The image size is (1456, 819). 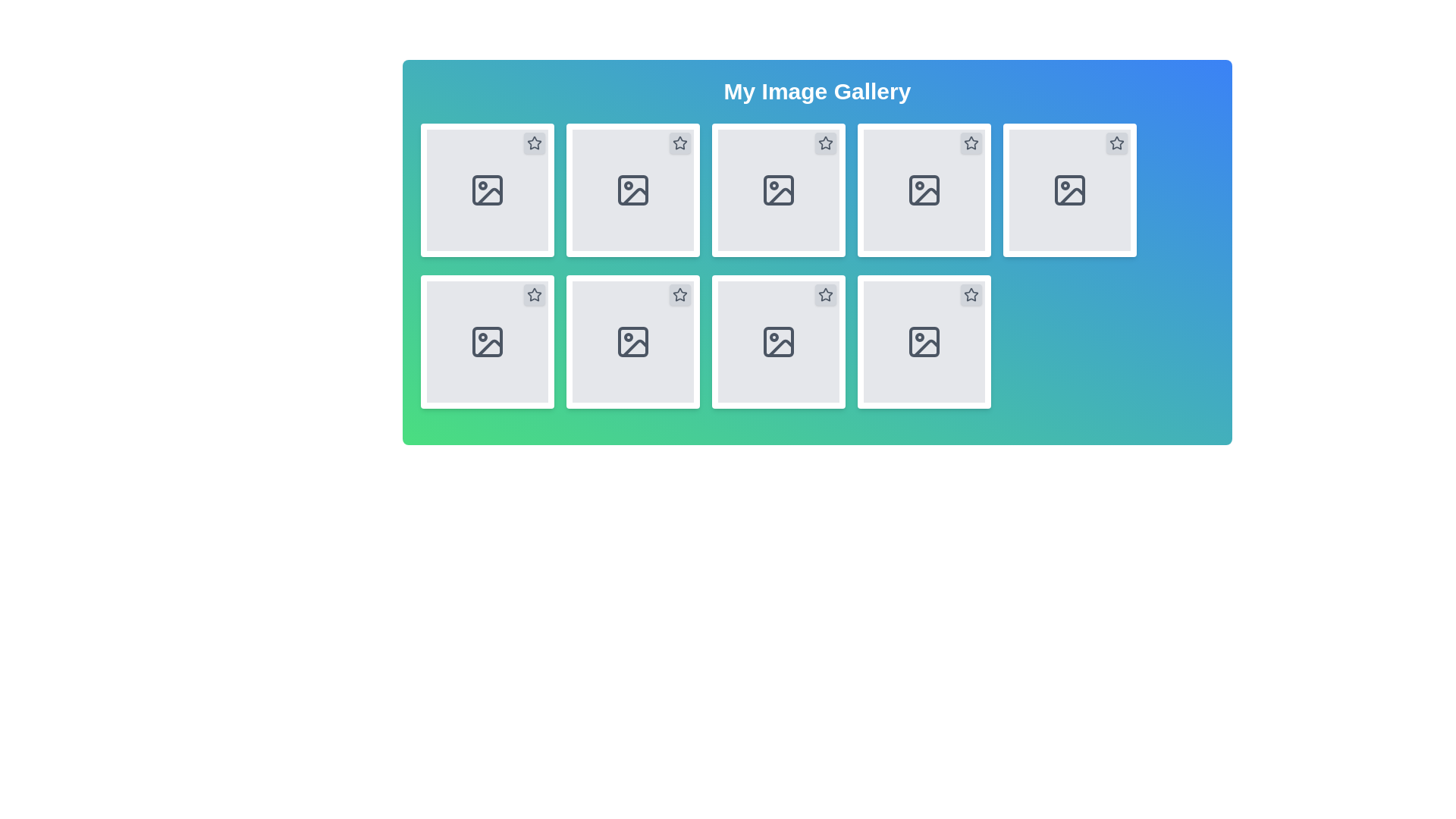 What do you see at coordinates (971, 143) in the screenshot?
I see `the star-shaped icon in the top-right corner of the last card in the first row of the image gallery` at bounding box center [971, 143].